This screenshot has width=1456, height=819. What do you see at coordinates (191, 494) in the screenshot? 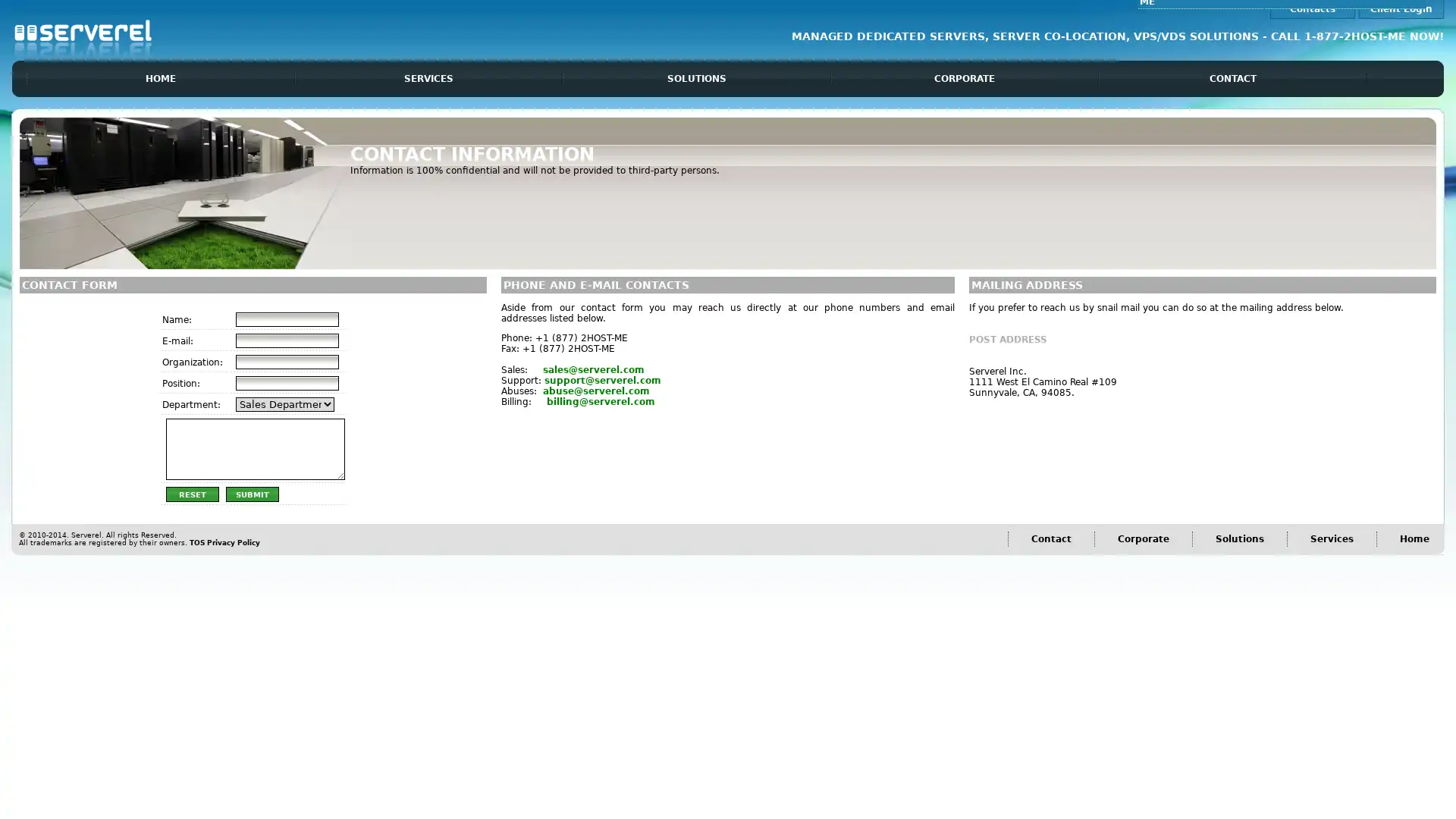
I see `Reset` at bounding box center [191, 494].